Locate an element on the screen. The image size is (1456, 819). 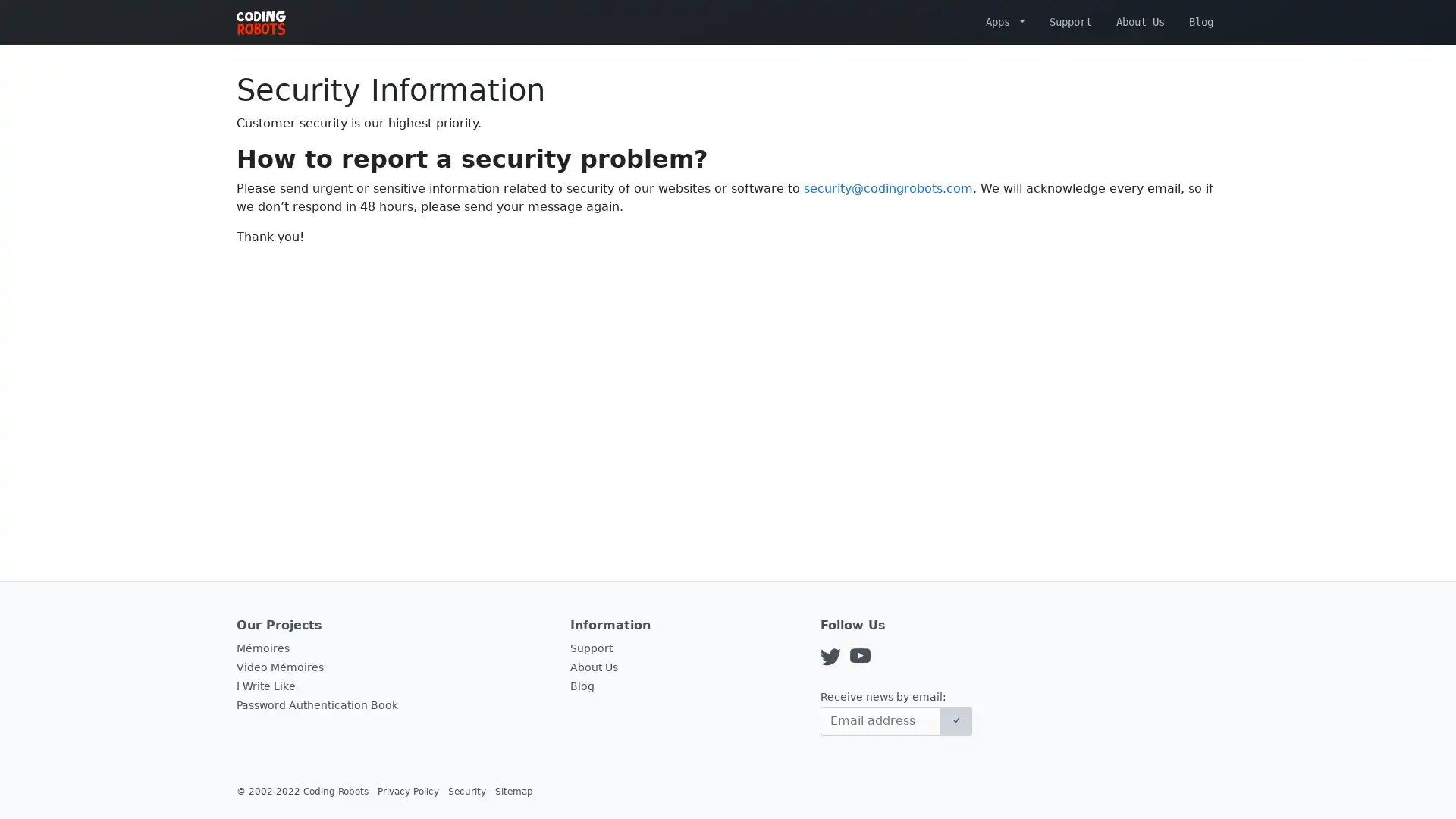
Subscribe is located at coordinates (955, 720).